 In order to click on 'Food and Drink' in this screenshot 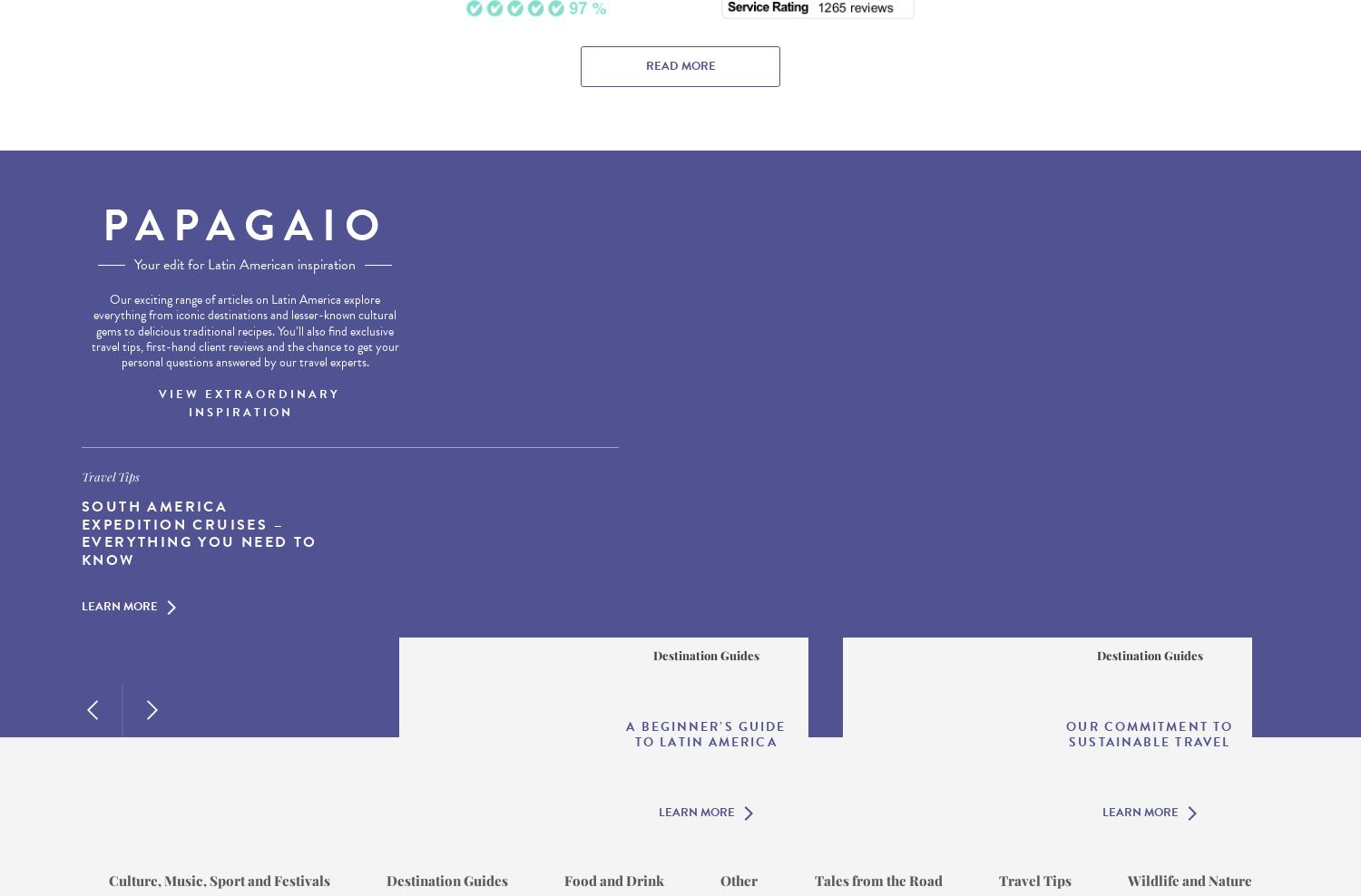, I will do `click(613, 881)`.